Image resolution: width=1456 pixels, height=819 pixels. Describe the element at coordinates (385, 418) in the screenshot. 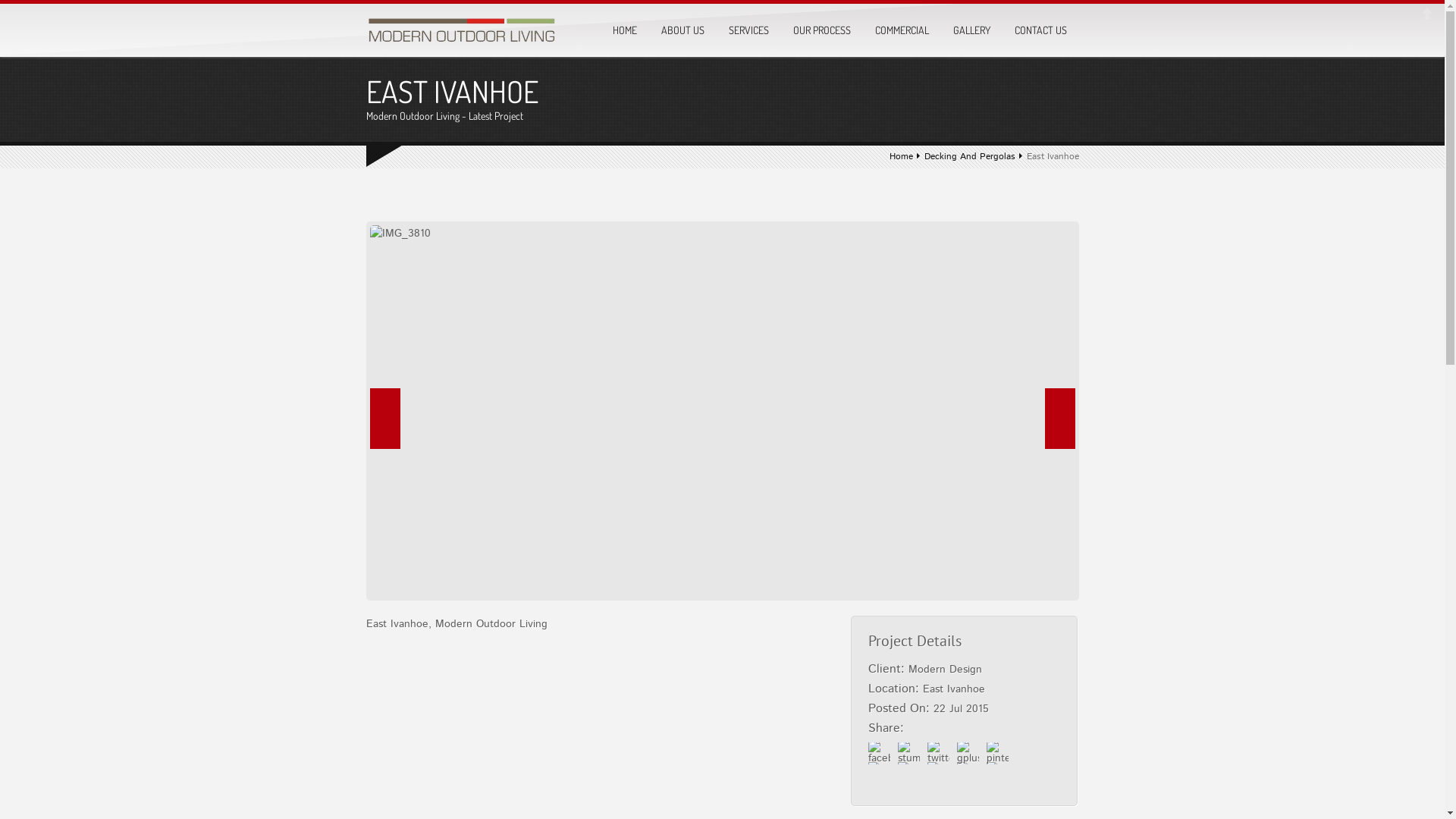

I see `'Prev'` at that location.